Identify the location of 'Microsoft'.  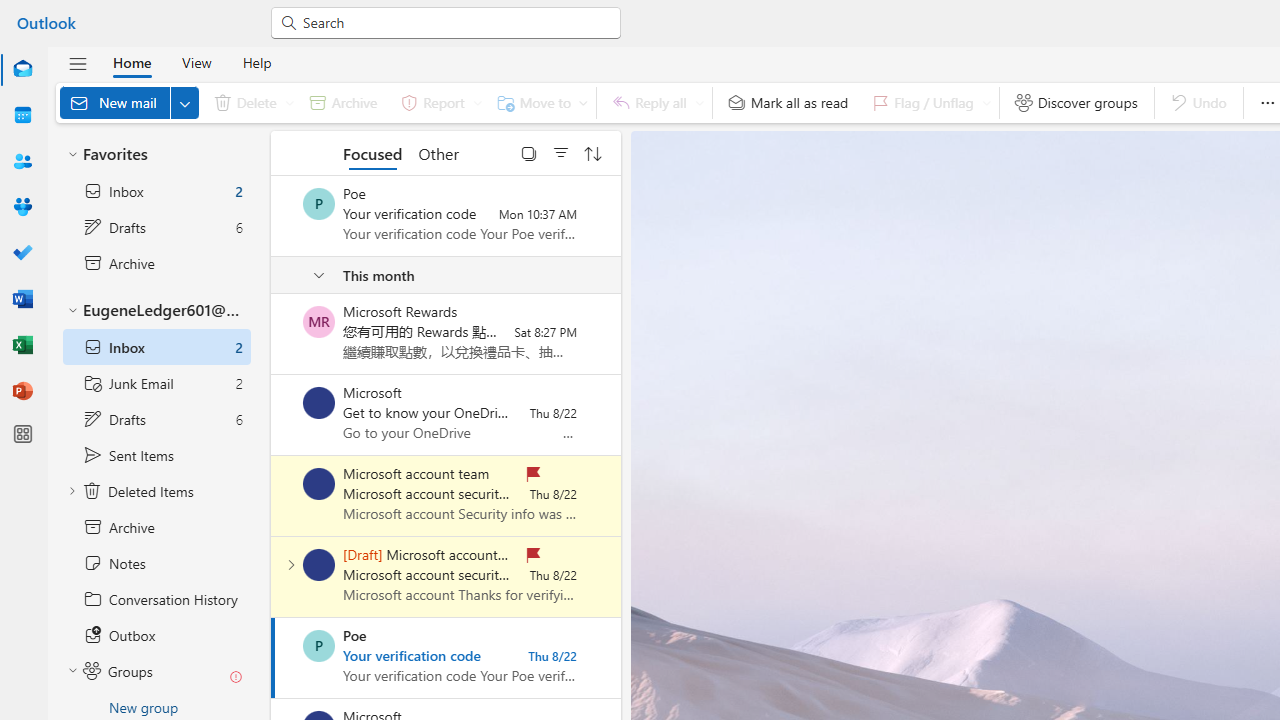
(318, 403).